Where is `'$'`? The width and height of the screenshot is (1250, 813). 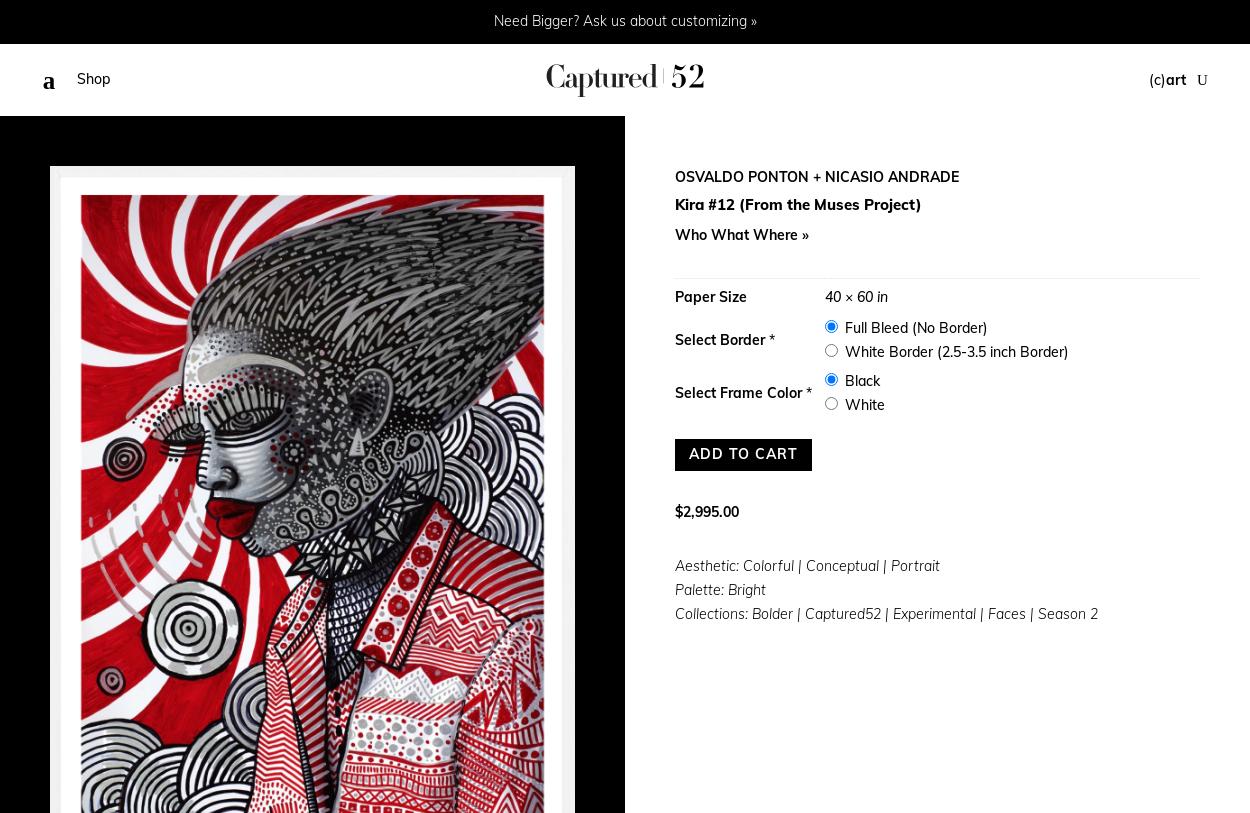
'$' is located at coordinates (679, 512).